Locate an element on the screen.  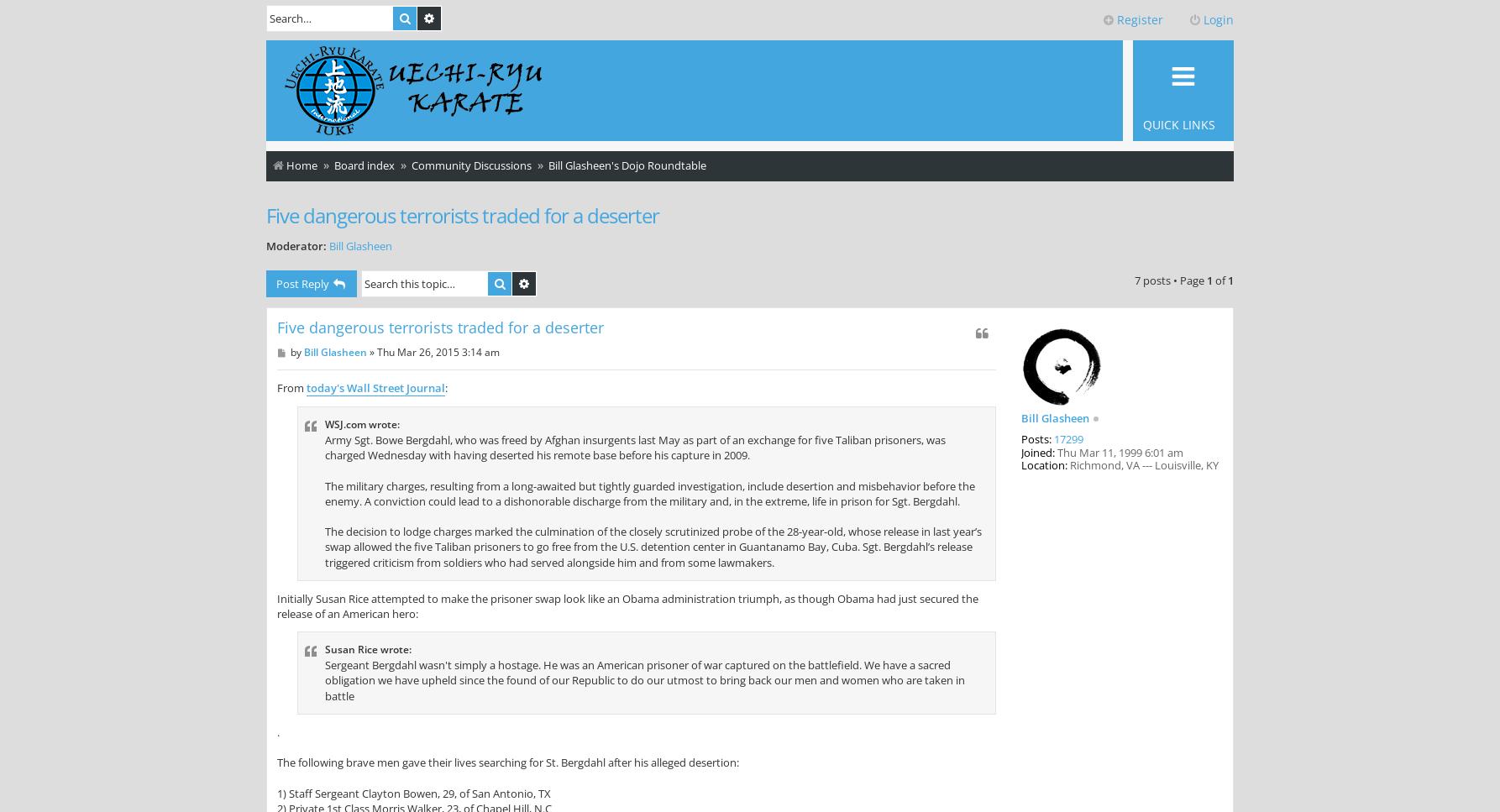
'Army Sgt. Bowe Bergdahl, who was freed by Afghan insurgents last May as part of an exchange for five Taliban prisoners, was charged Wednesday with having deserted his remote base before his capture in 2009.' is located at coordinates (634, 448).